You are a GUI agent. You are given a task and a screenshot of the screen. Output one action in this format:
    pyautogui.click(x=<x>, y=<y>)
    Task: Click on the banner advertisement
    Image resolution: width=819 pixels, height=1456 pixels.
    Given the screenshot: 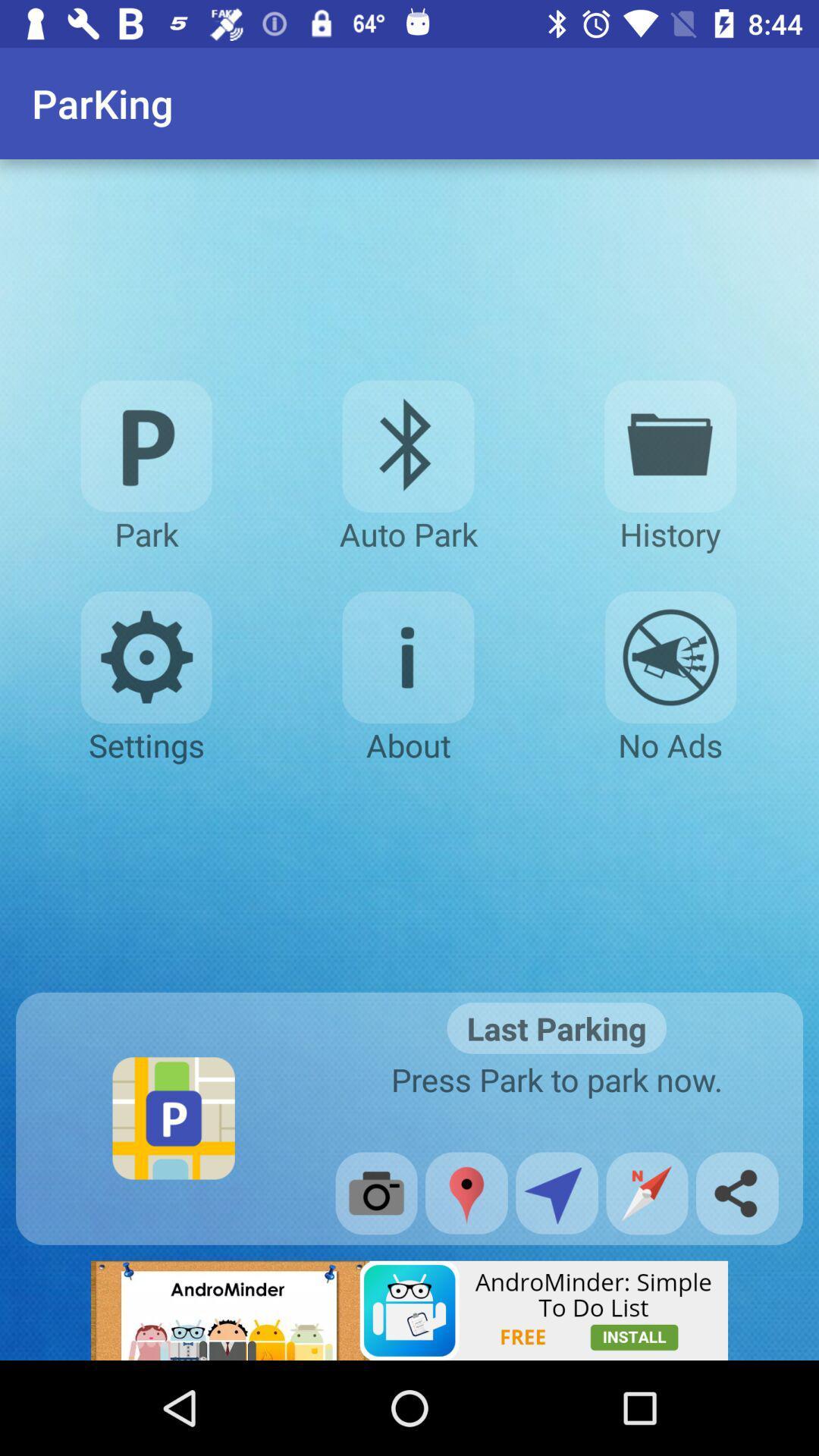 What is the action you would take?
    pyautogui.click(x=409, y=1310)
    